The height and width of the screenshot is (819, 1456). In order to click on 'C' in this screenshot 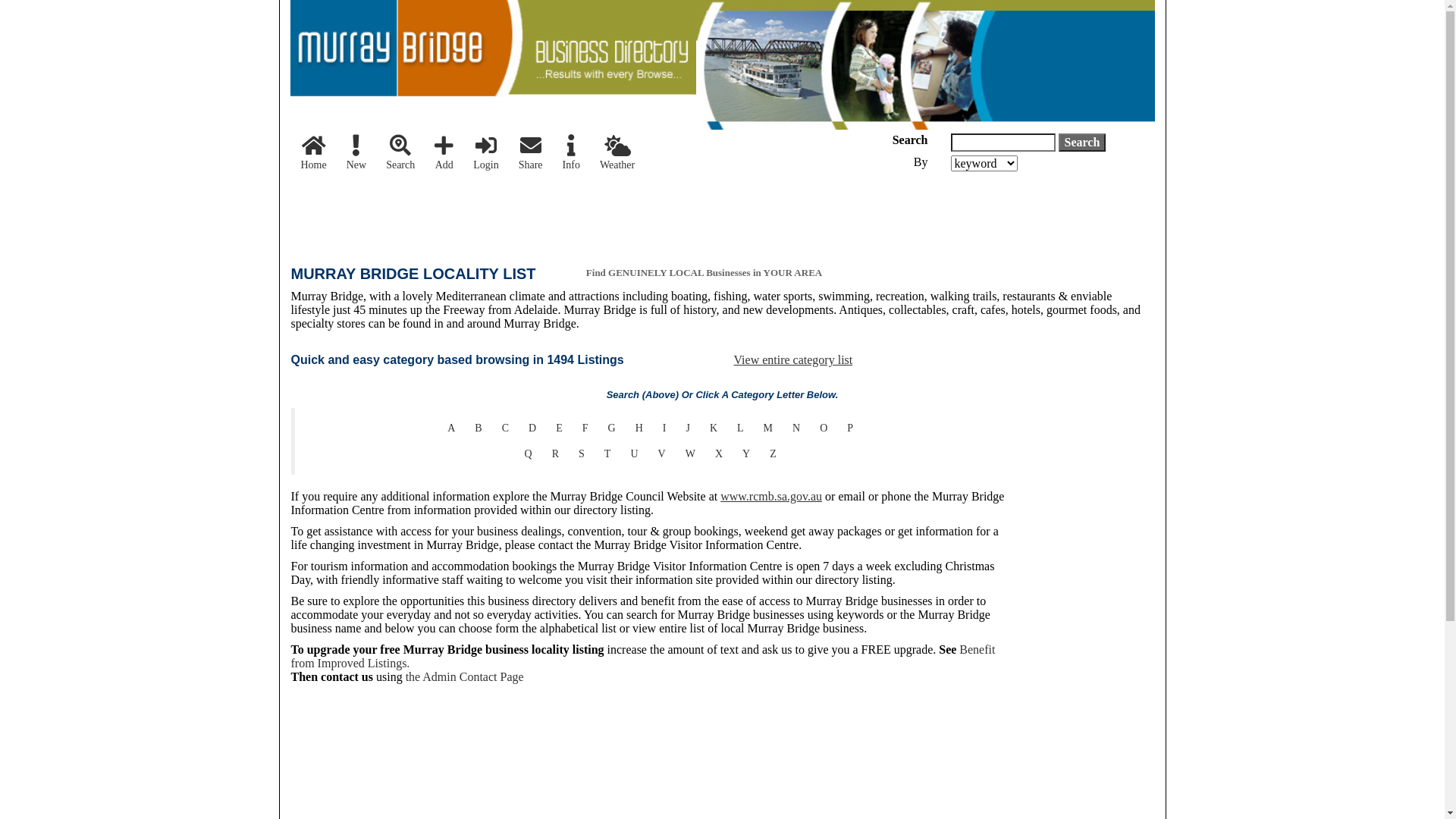, I will do `click(505, 428)`.